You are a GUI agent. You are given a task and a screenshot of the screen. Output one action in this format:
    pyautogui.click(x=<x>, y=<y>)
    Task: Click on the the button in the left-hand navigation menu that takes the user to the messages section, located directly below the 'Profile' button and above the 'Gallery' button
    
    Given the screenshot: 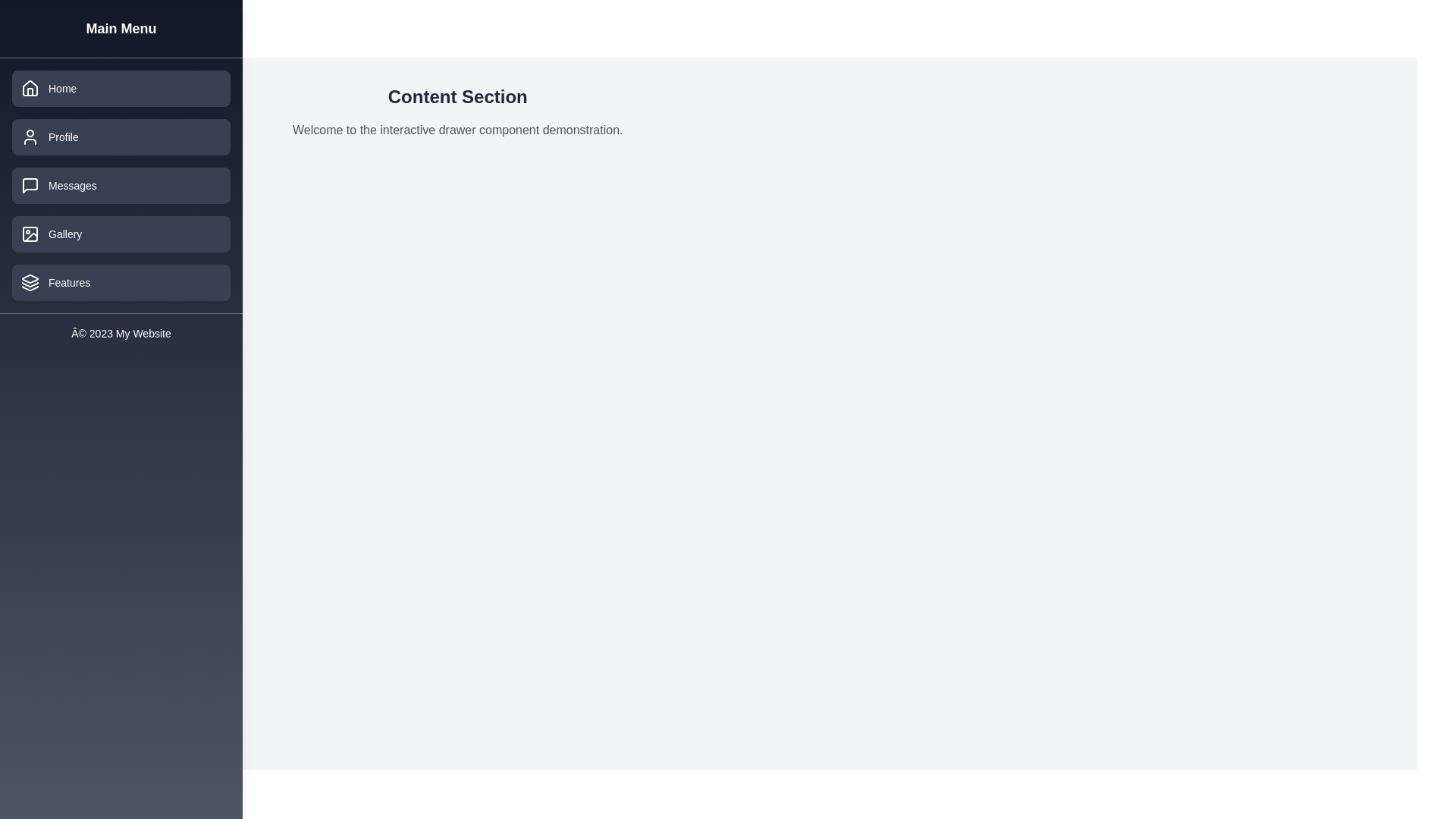 What is the action you would take?
    pyautogui.click(x=120, y=185)
    